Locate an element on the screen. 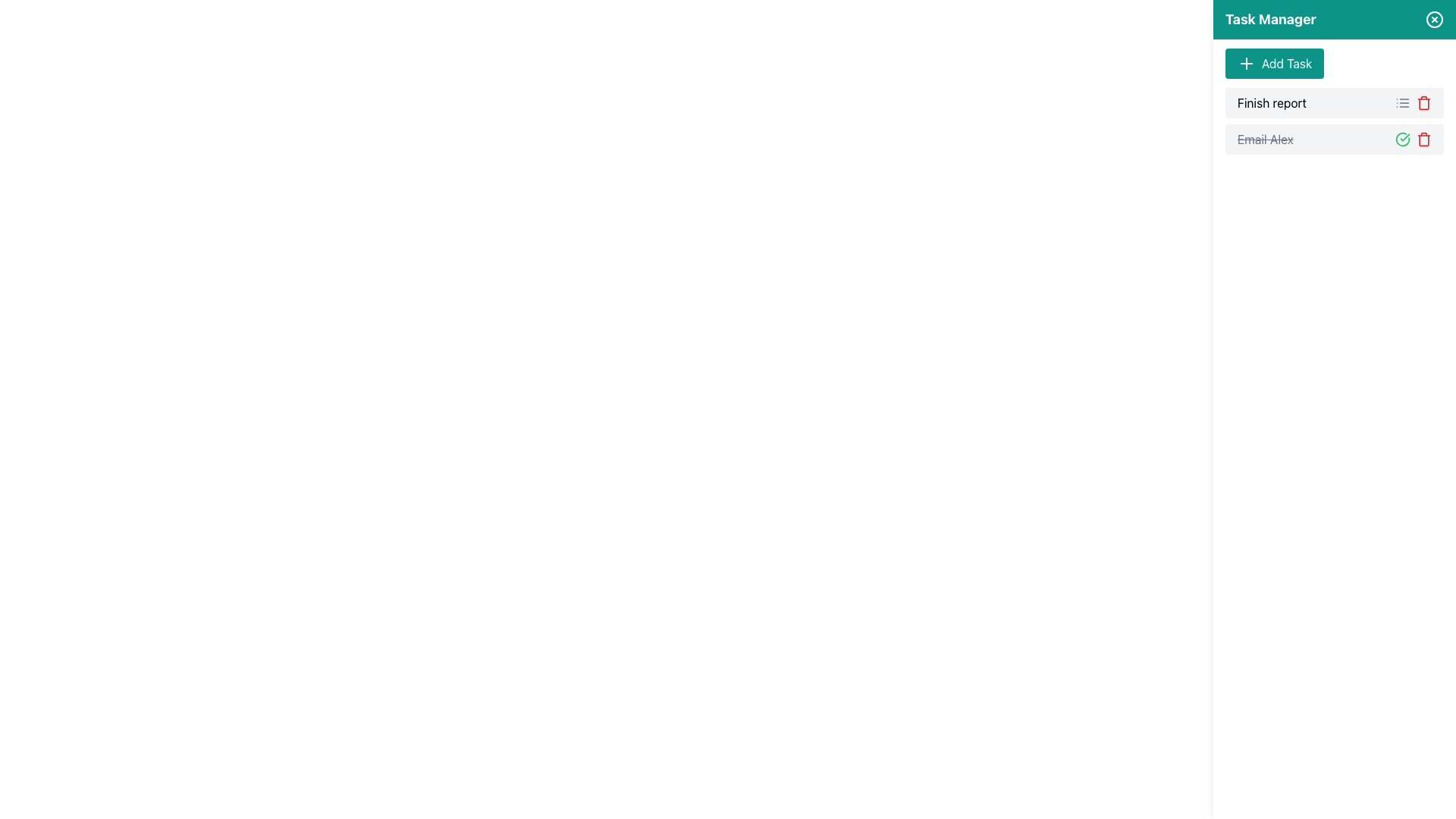 The width and height of the screenshot is (1456, 819). the small plus icon located inside the green rectangular button labeled 'Add Task' in the 'Task Manager' section at the top right corner of the interface is located at coordinates (1246, 63).